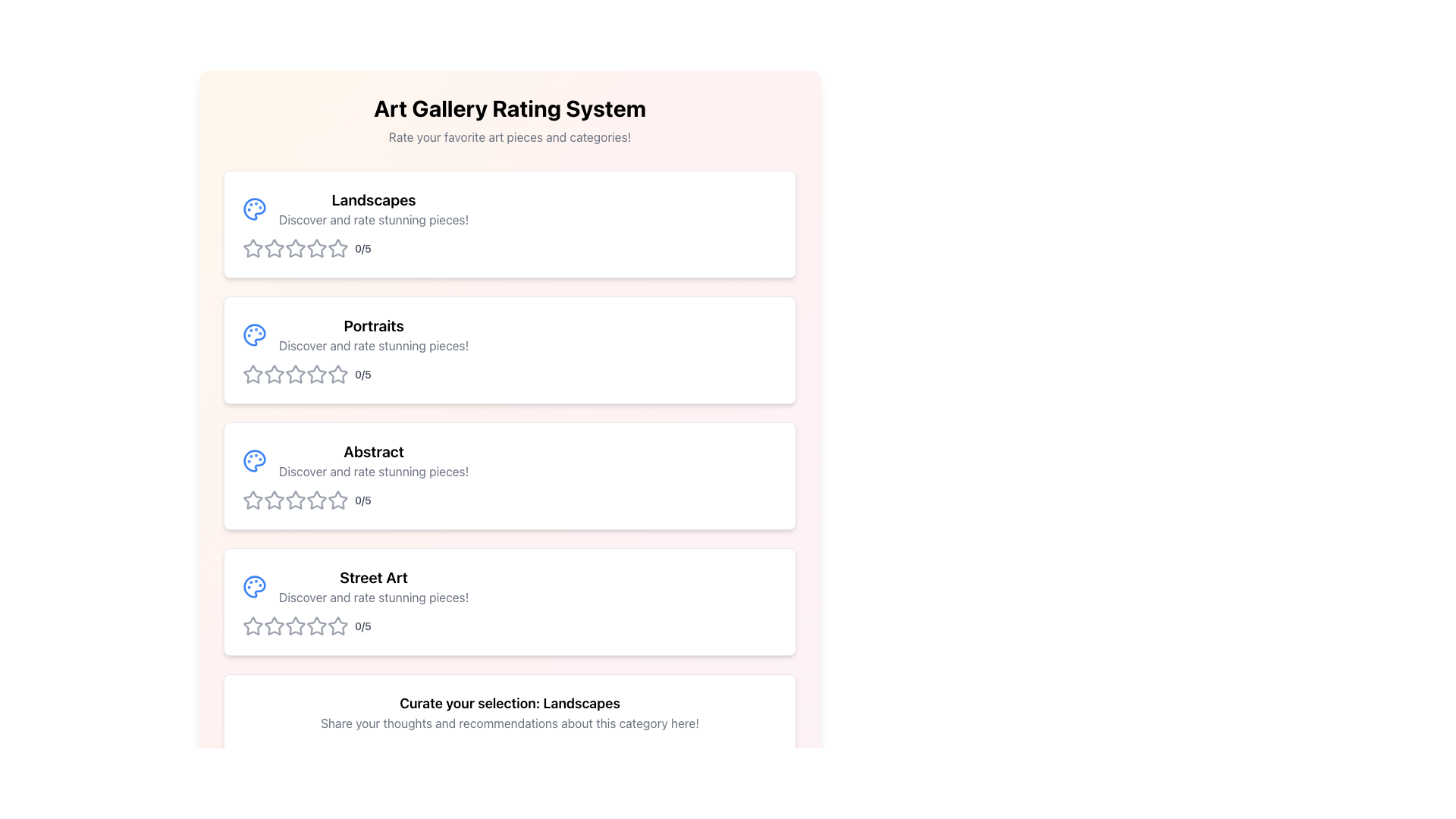 This screenshot has width=1456, height=819. Describe the element at coordinates (274, 247) in the screenshot. I see `the second hollow star icon in the rating section of the 'Landscapes' category` at that location.